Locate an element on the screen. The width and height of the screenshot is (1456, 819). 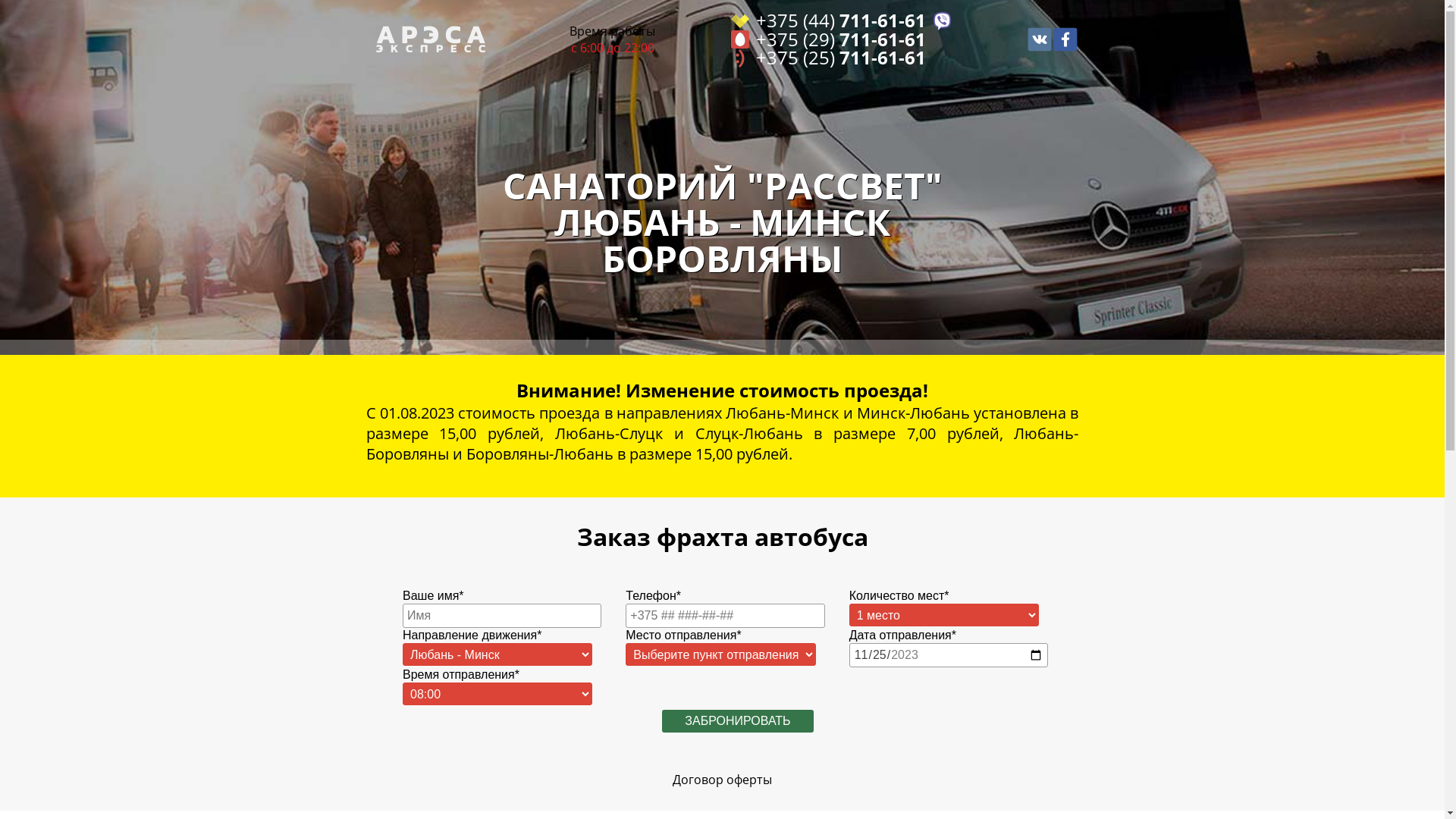
'+375 (25) 711-61-61' is located at coordinates (840, 57).